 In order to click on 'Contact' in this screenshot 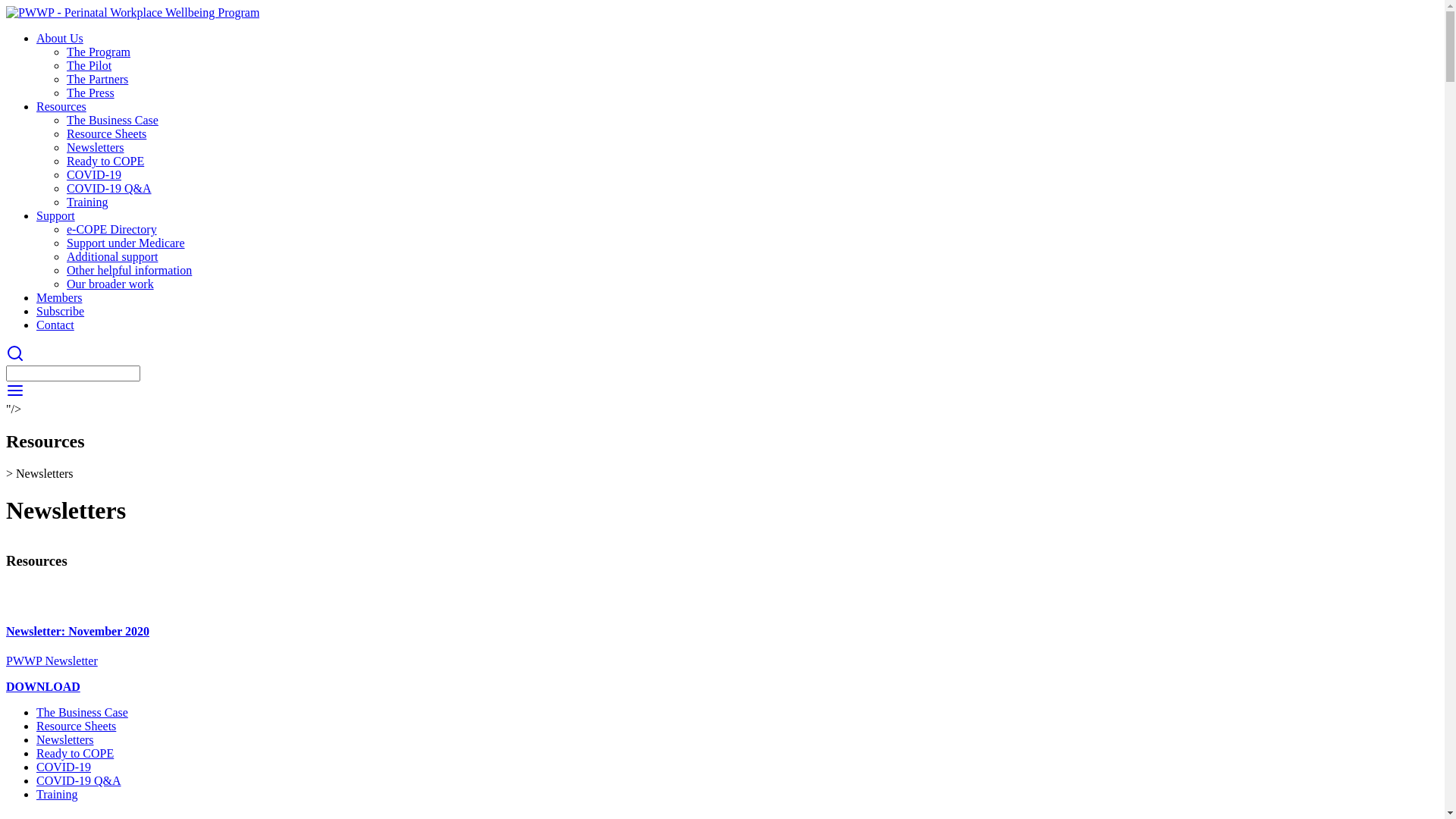, I will do `click(55, 324)`.